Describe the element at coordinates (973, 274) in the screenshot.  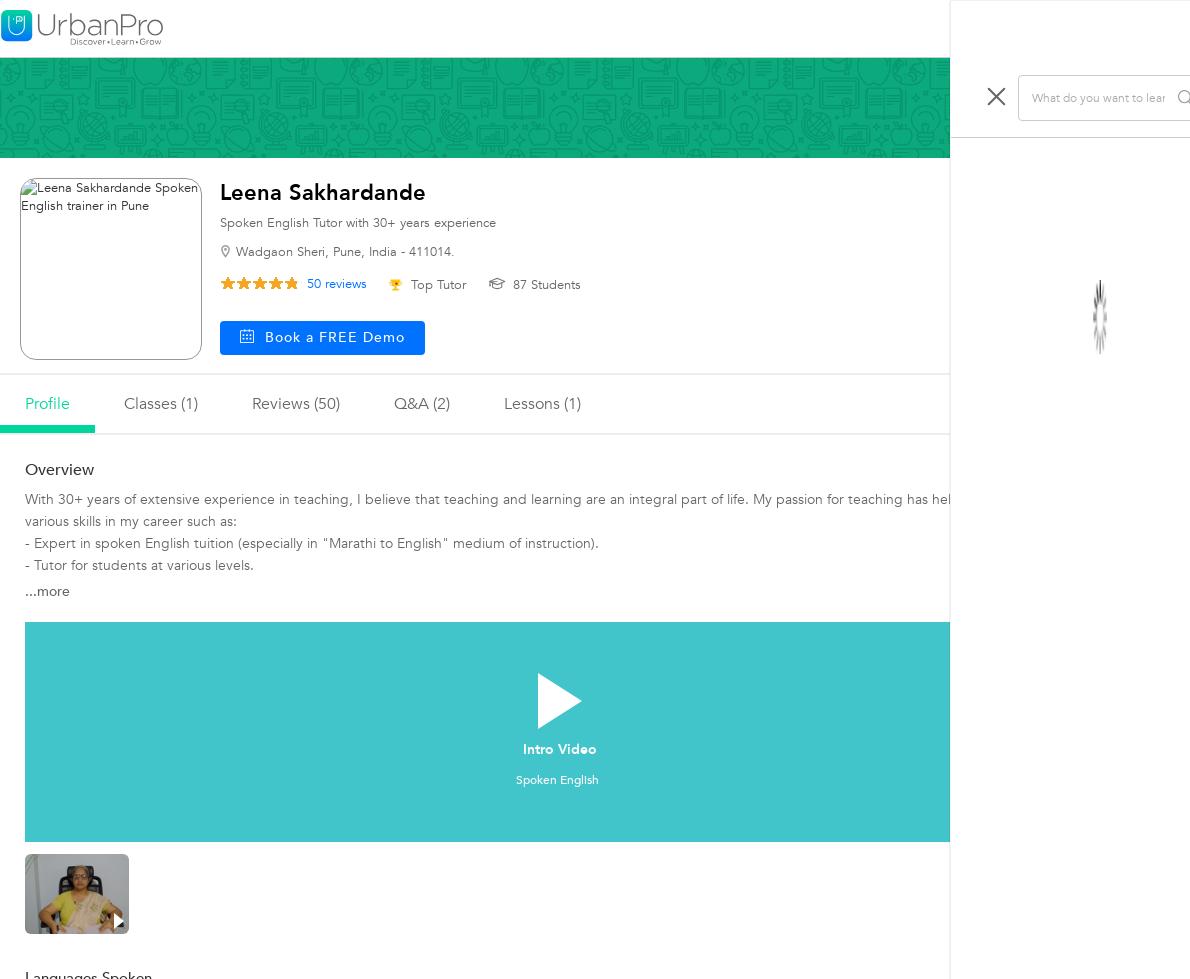
I see `'Paid Courses'` at that location.